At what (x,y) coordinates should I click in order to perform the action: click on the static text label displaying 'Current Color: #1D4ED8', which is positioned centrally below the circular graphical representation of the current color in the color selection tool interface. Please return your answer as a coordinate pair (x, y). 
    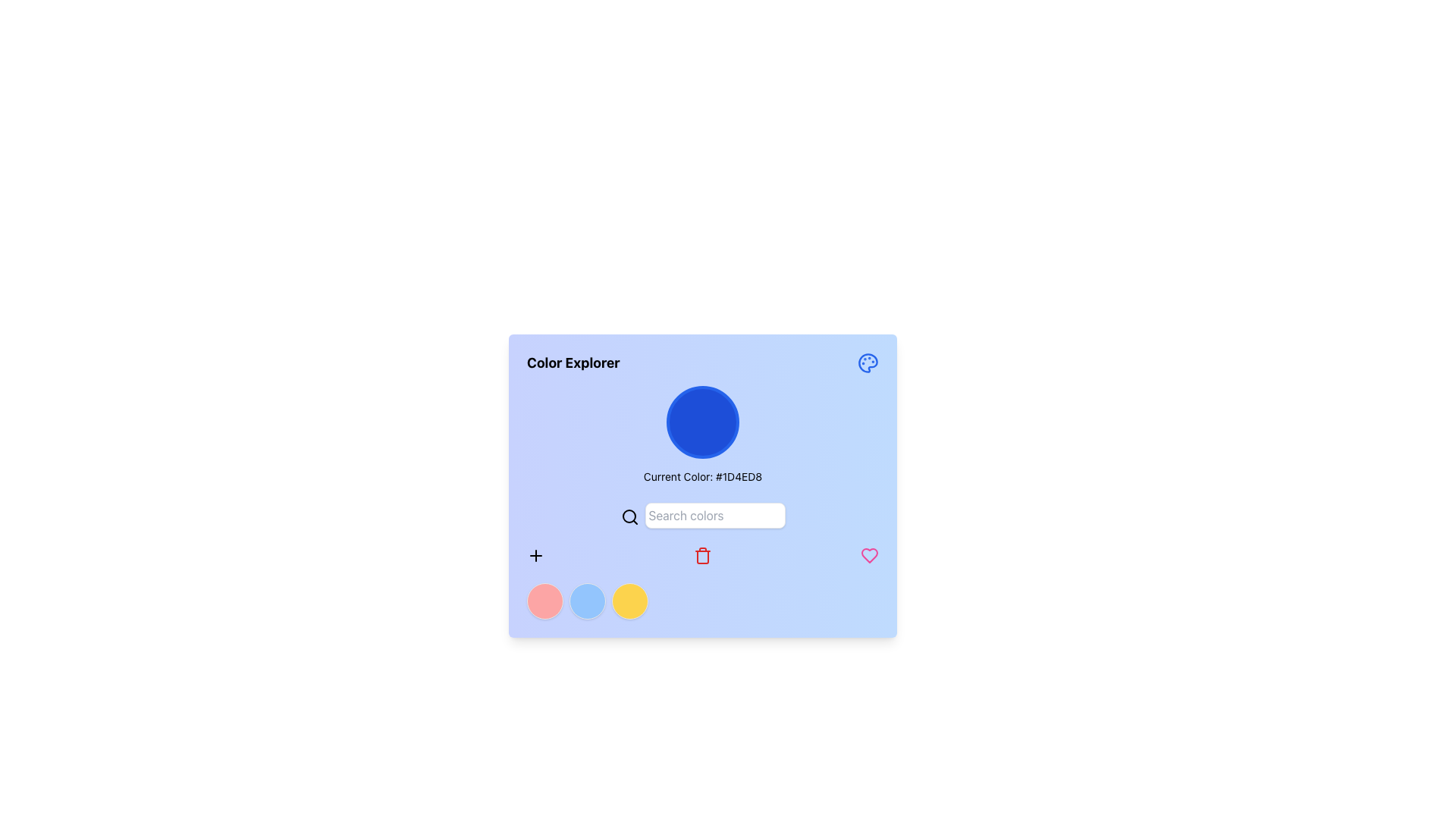
    Looking at the image, I should click on (701, 475).